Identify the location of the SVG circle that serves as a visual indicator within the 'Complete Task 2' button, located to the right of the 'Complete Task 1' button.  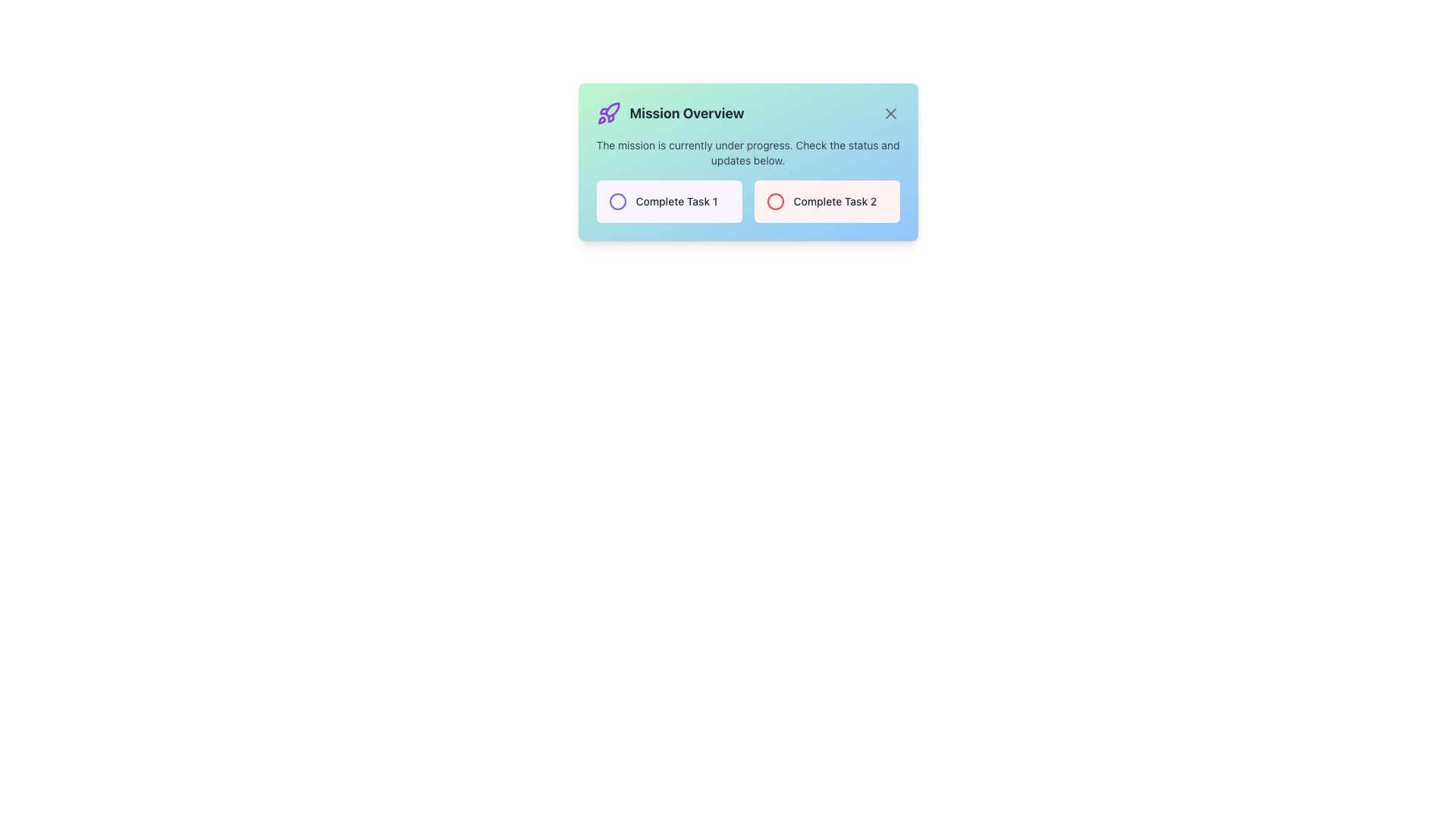
(775, 201).